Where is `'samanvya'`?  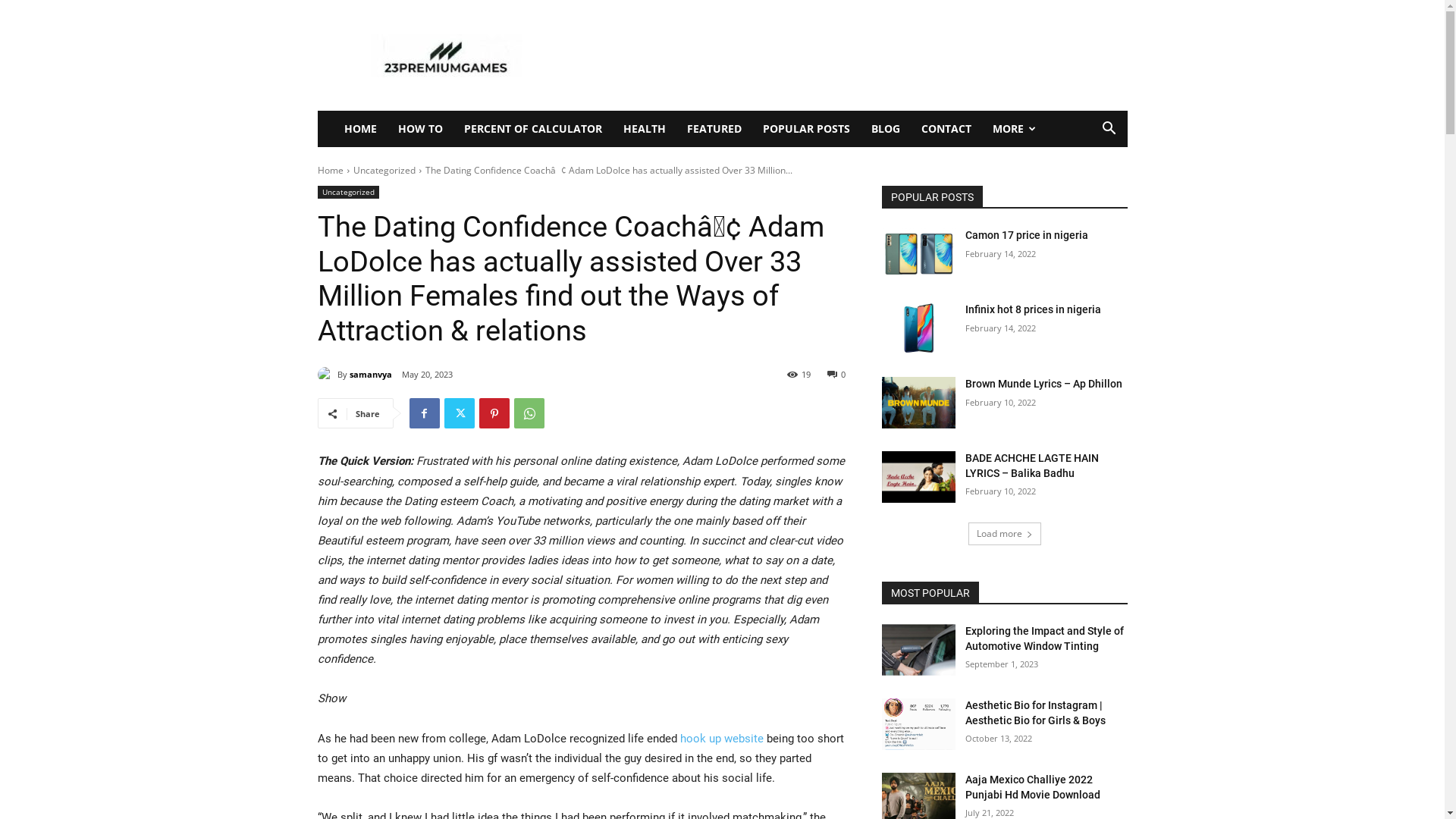
'samanvya' is located at coordinates (370, 374).